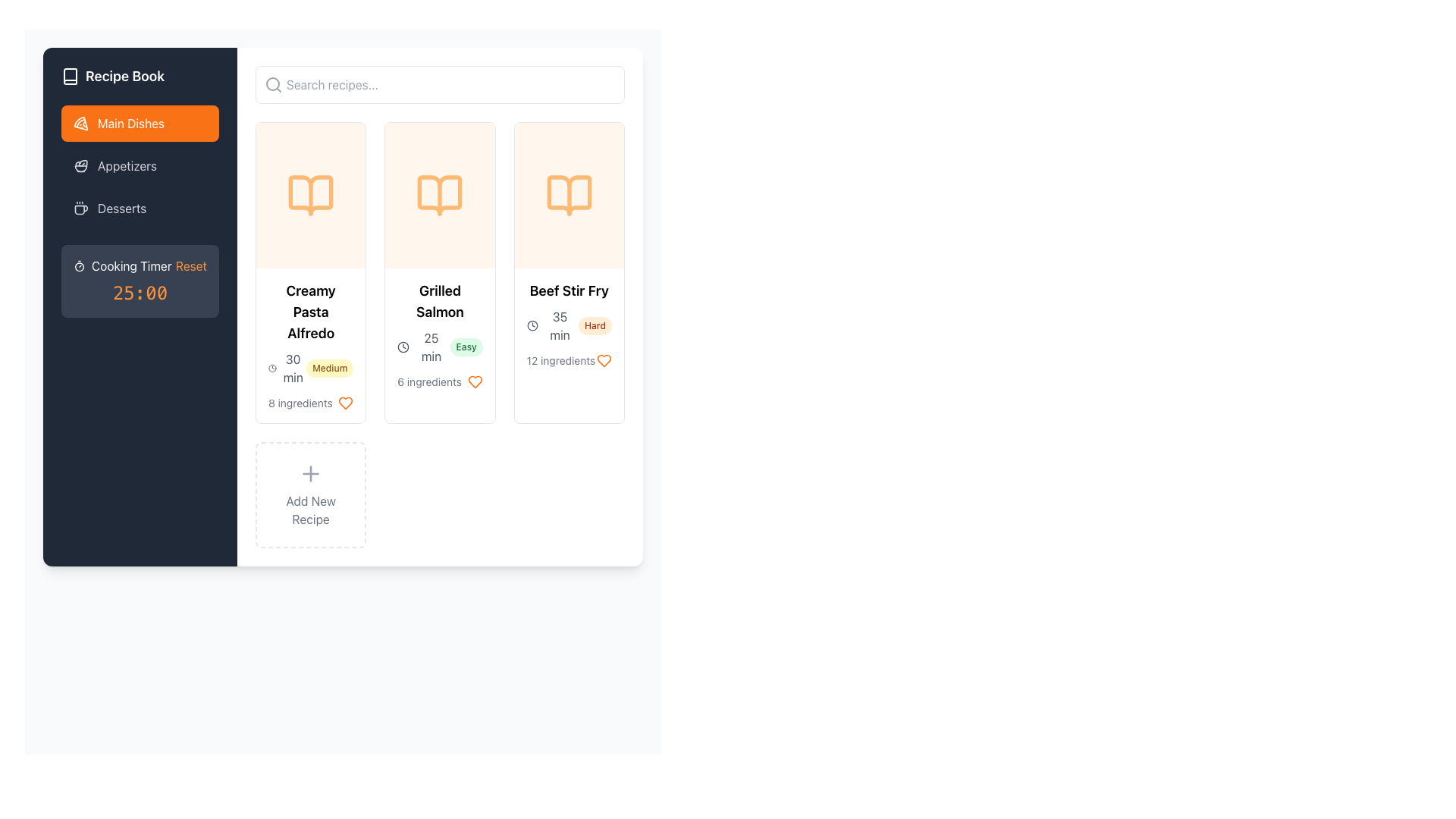 The height and width of the screenshot is (819, 1456). What do you see at coordinates (140, 76) in the screenshot?
I see `the 'Recipe Book' label with icon, which features bold white text and a book icon on a dark background, located at the top of the sidebar` at bounding box center [140, 76].